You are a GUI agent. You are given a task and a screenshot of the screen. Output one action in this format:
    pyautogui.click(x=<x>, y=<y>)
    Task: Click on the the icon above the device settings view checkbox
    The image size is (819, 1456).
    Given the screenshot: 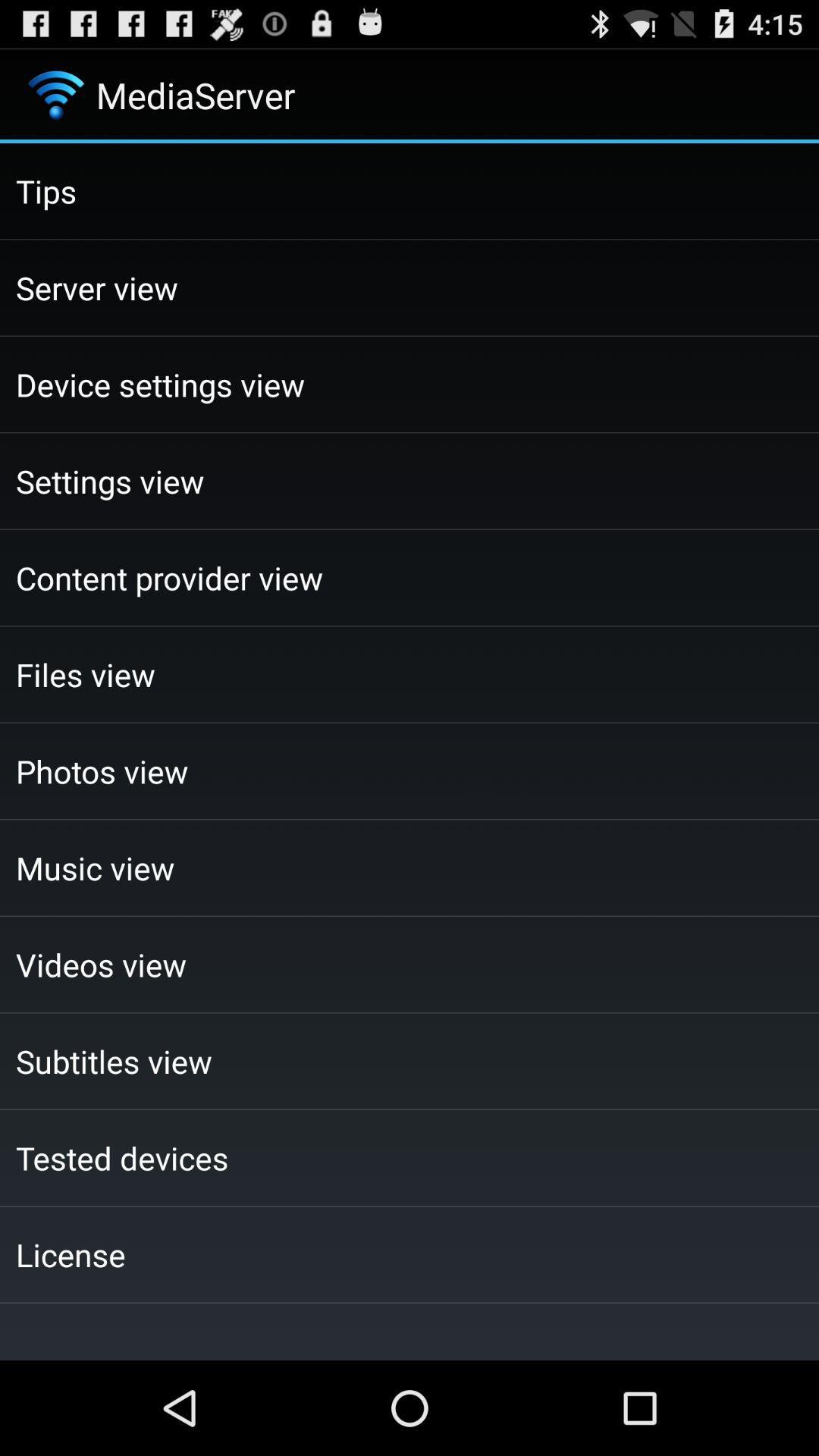 What is the action you would take?
    pyautogui.click(x=409, y=287)
    